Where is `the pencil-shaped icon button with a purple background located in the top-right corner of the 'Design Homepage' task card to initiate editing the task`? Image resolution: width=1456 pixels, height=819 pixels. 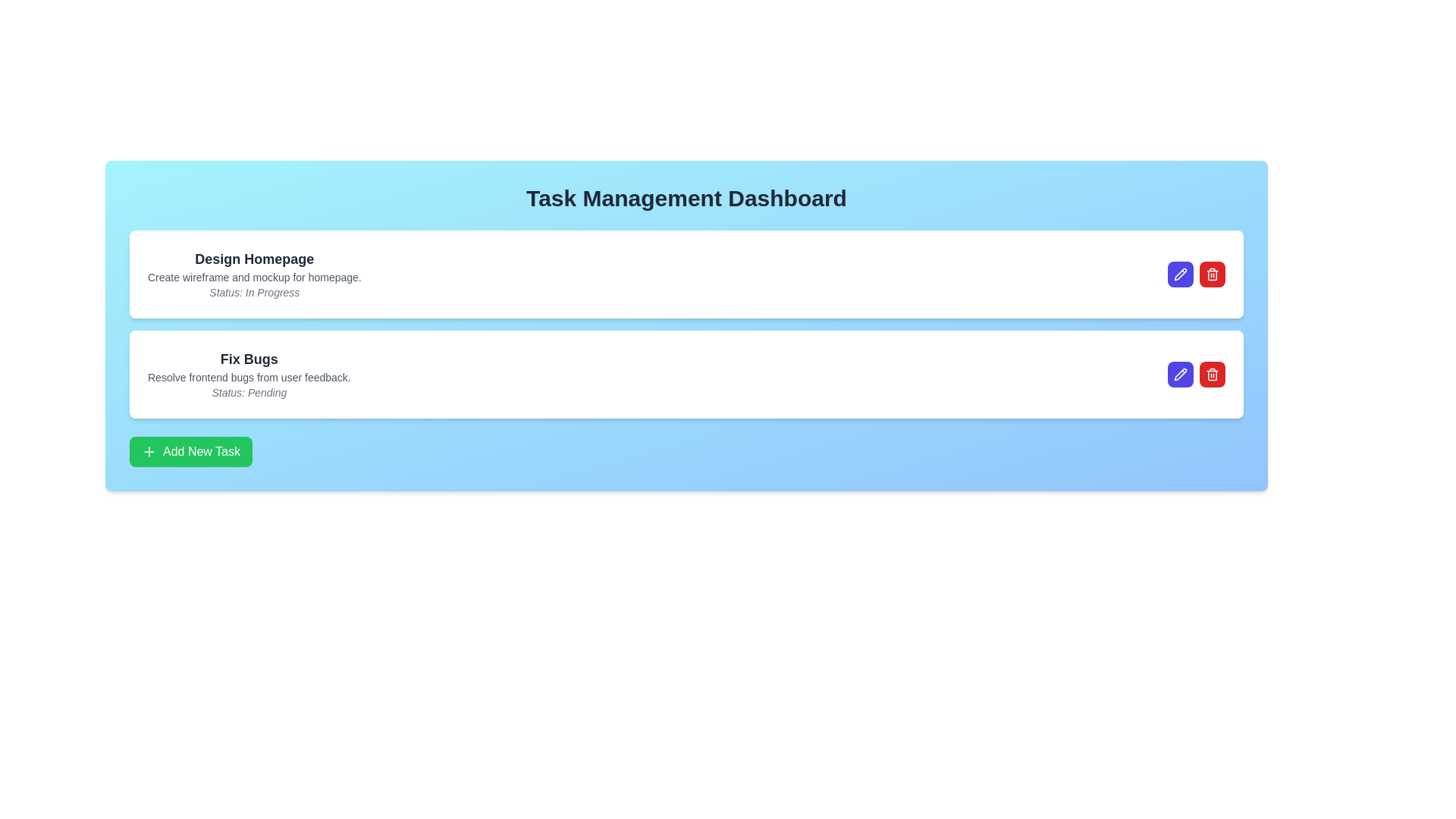
the pencil-shaped icon button with a purple background located in the top-right corner of the 'Design Homepage' task card to initiate editing the task is located at coordinates (1179, 275).